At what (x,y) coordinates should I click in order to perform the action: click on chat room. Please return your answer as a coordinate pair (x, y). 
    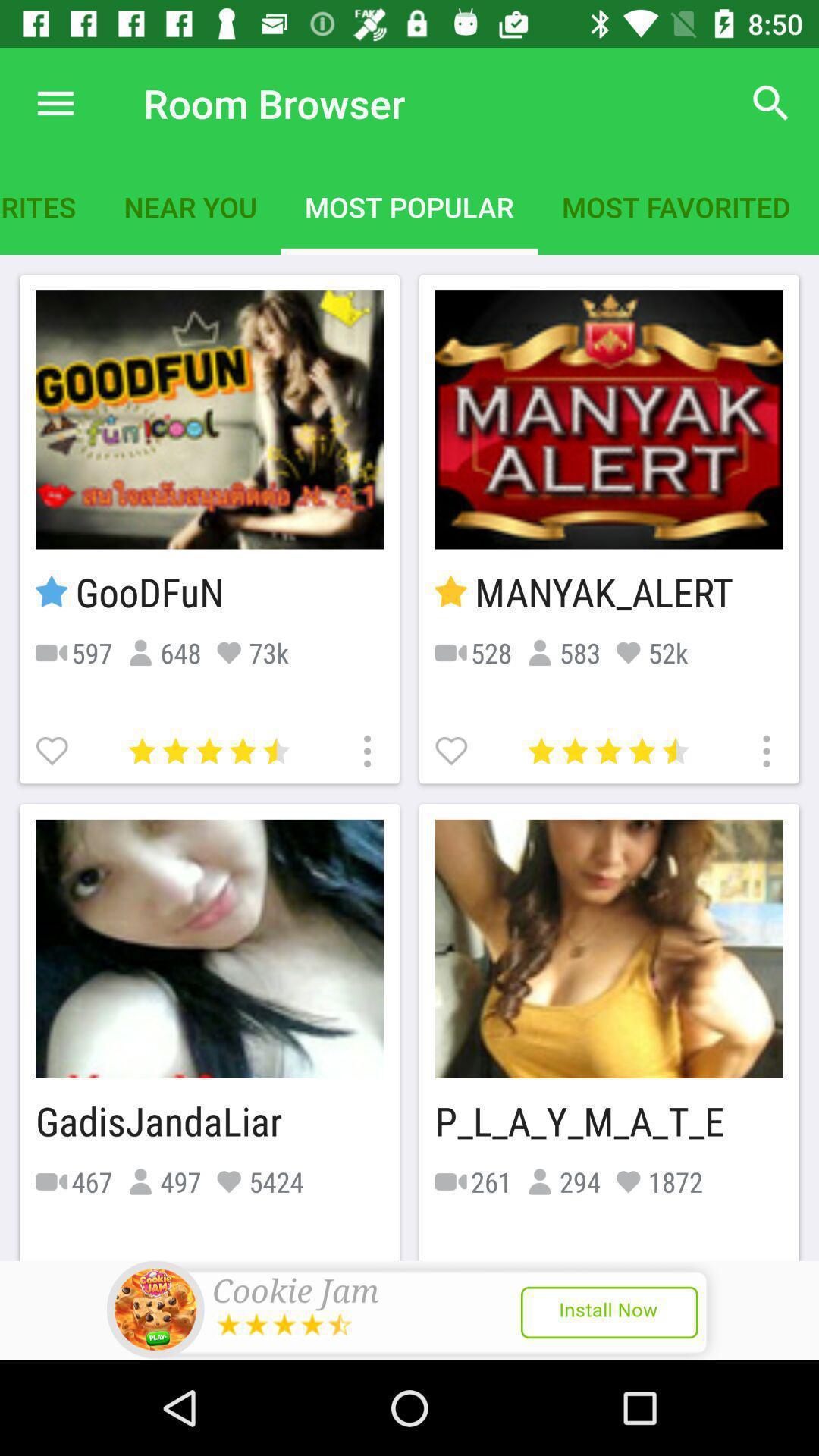
    Looking at the image, I should click on (53, 749).